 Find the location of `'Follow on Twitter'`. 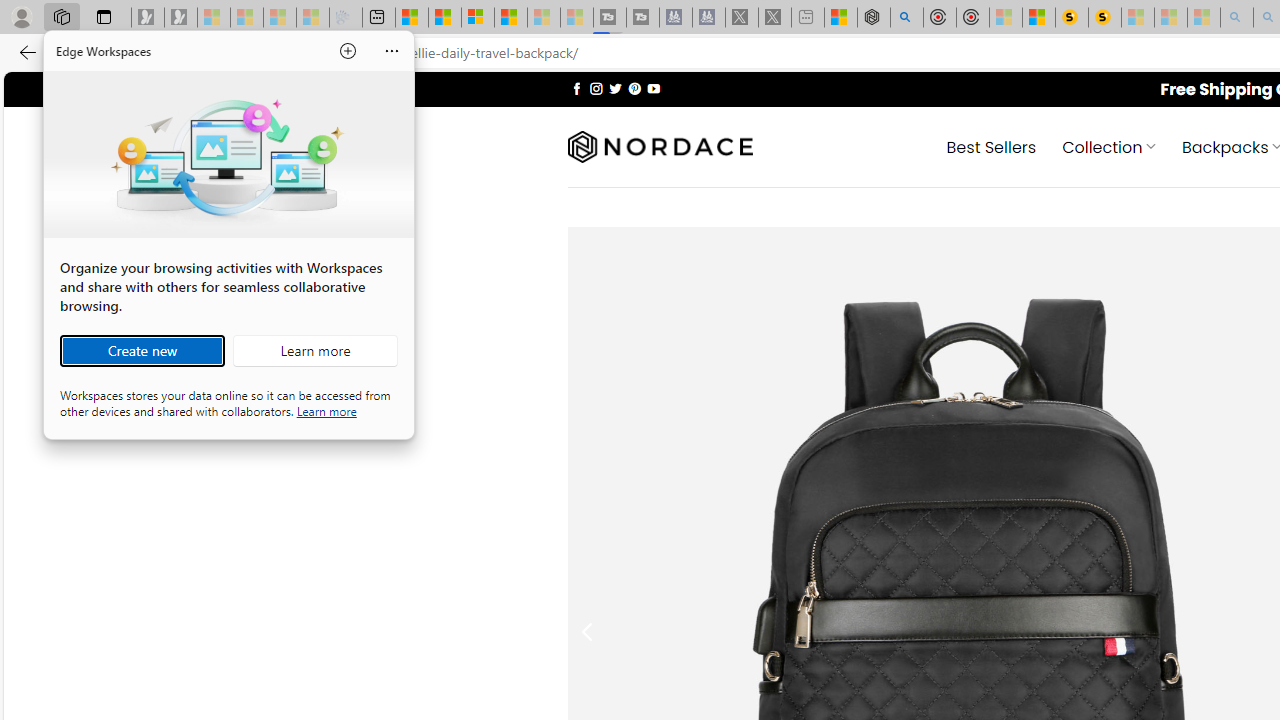

'Follow on Twitter' is located at coordinates (614, 87).